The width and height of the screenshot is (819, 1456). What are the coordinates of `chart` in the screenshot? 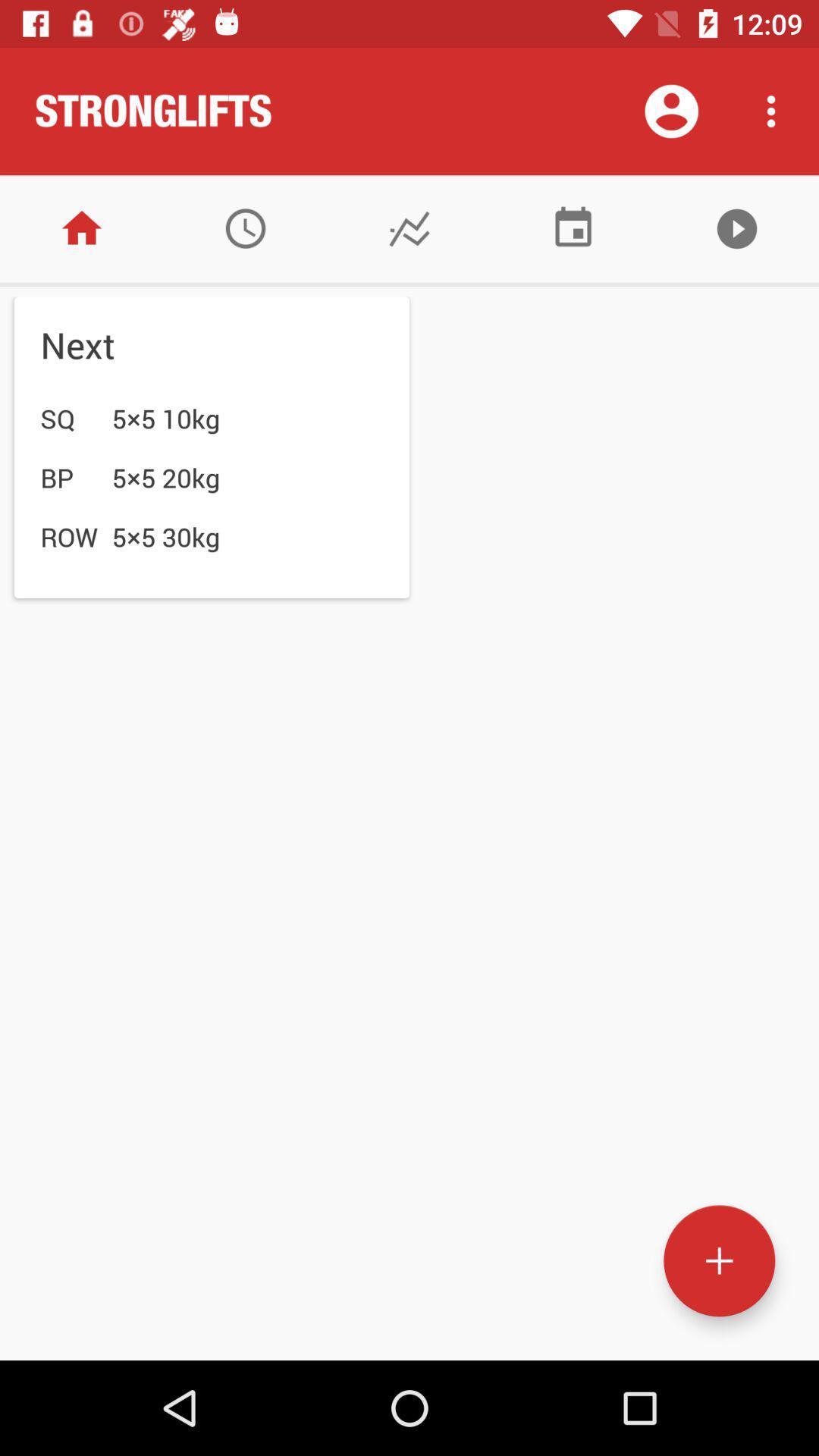 It's located at (409, 227).